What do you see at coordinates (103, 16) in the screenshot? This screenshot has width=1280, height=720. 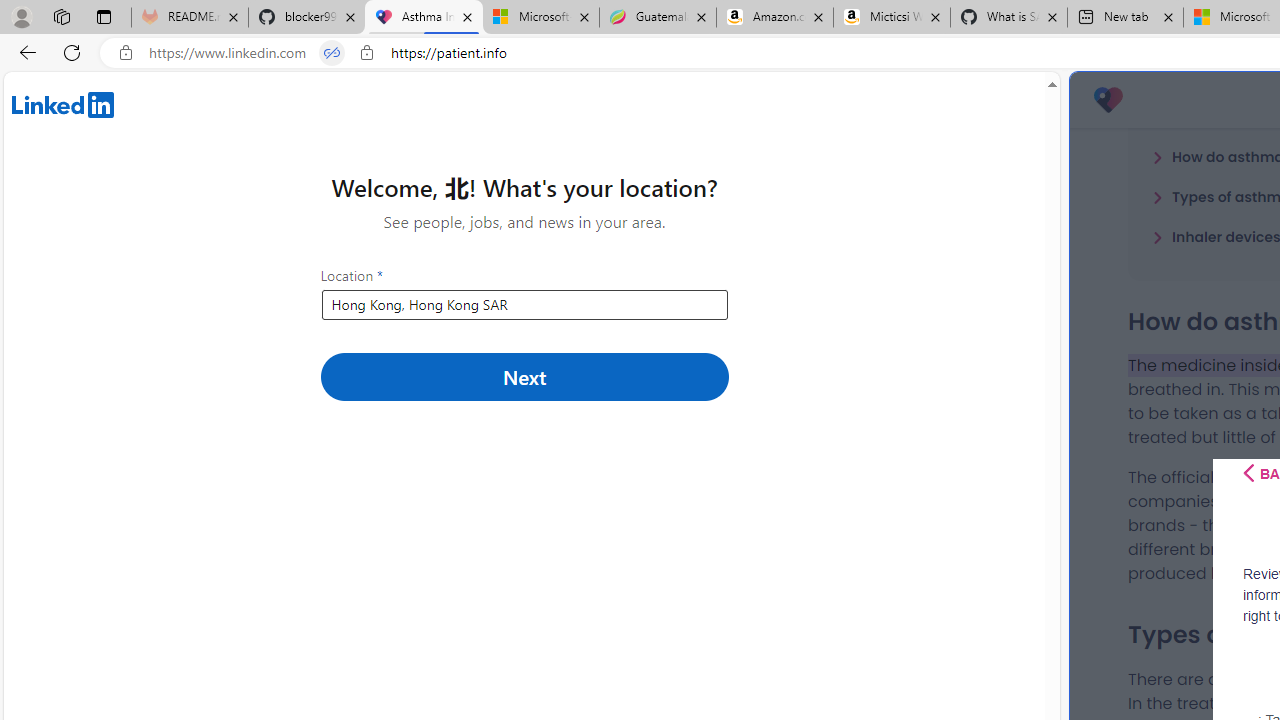 I see `'Tab actions menu'` at bounding box center [103, 16].